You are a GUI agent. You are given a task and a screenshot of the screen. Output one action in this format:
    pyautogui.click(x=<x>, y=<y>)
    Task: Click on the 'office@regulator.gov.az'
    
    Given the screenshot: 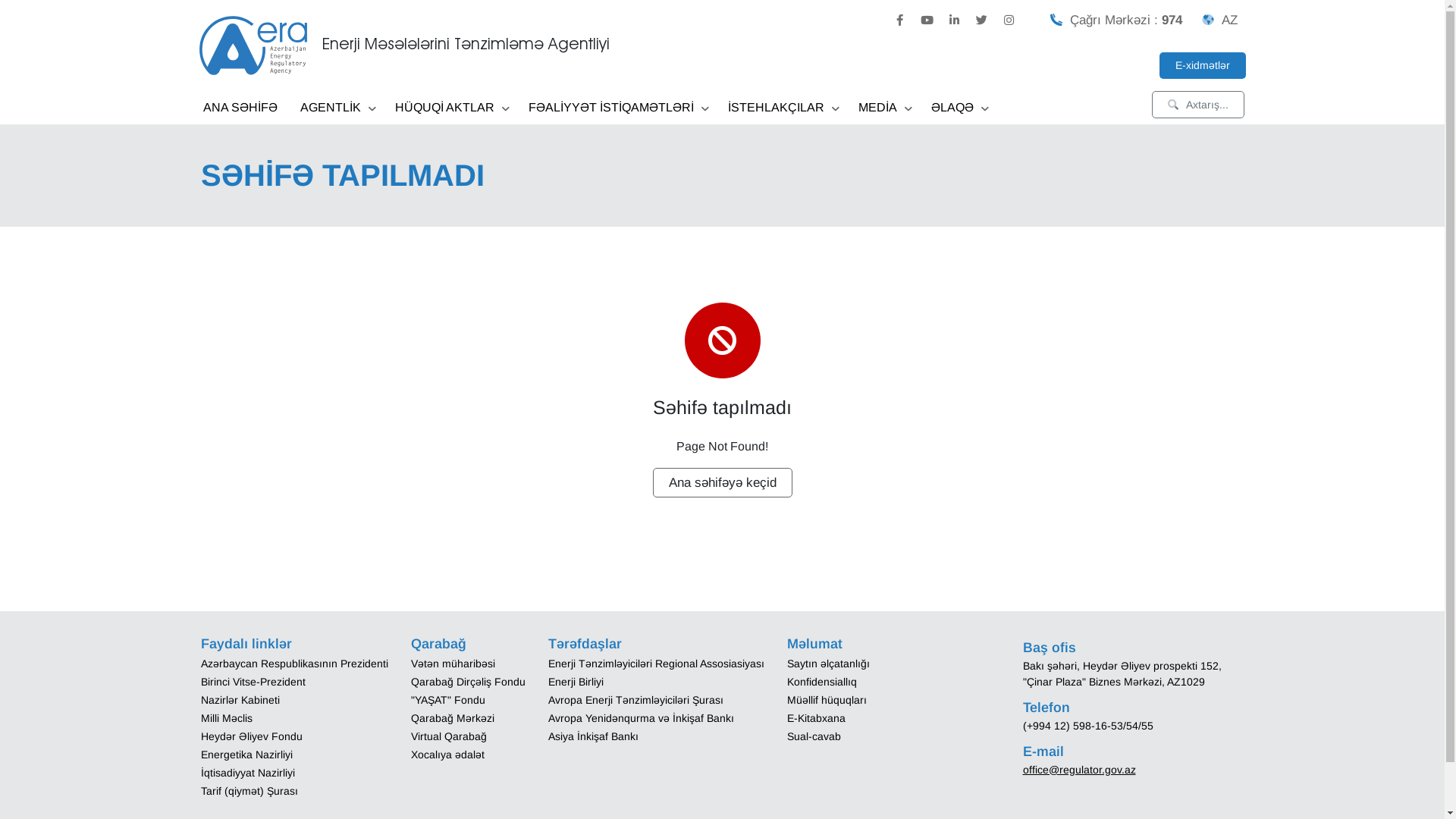 What is the action you would take?
    pyautogui.click(x=1022, y=769)
    